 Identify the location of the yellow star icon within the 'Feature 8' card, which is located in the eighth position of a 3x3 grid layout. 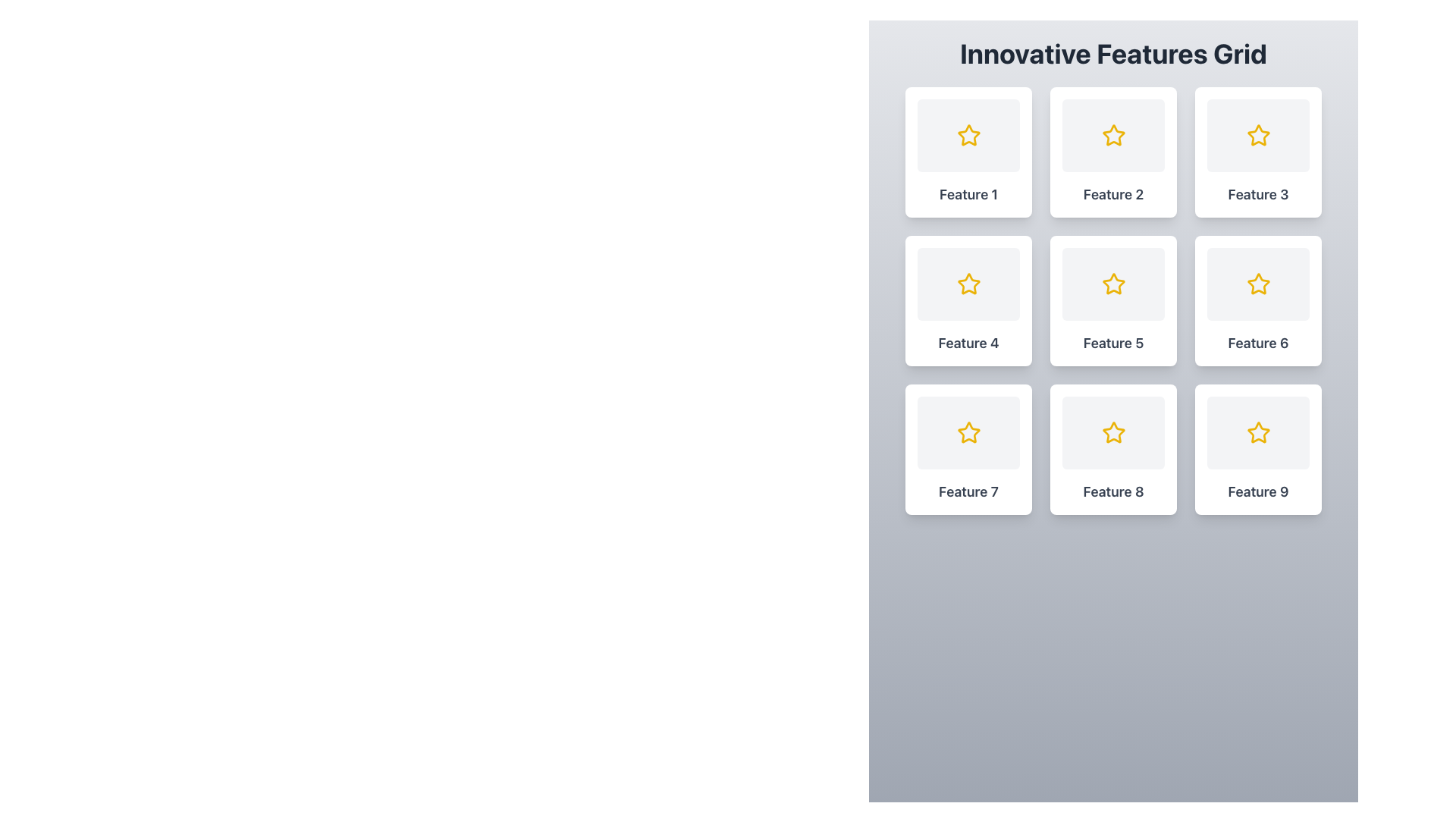
(1113, 432).